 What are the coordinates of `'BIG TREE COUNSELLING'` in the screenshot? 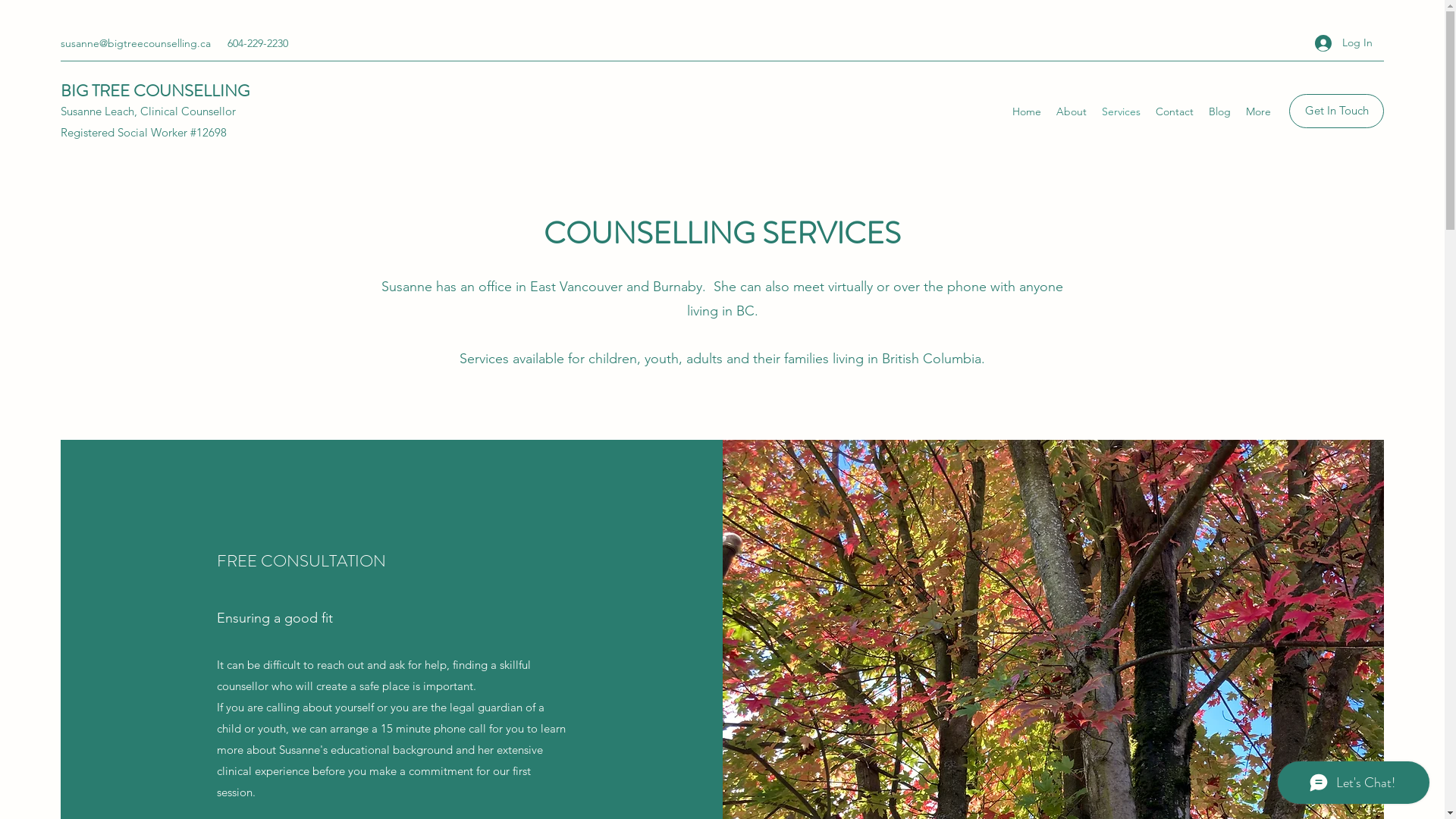 It's located at (155, 90).